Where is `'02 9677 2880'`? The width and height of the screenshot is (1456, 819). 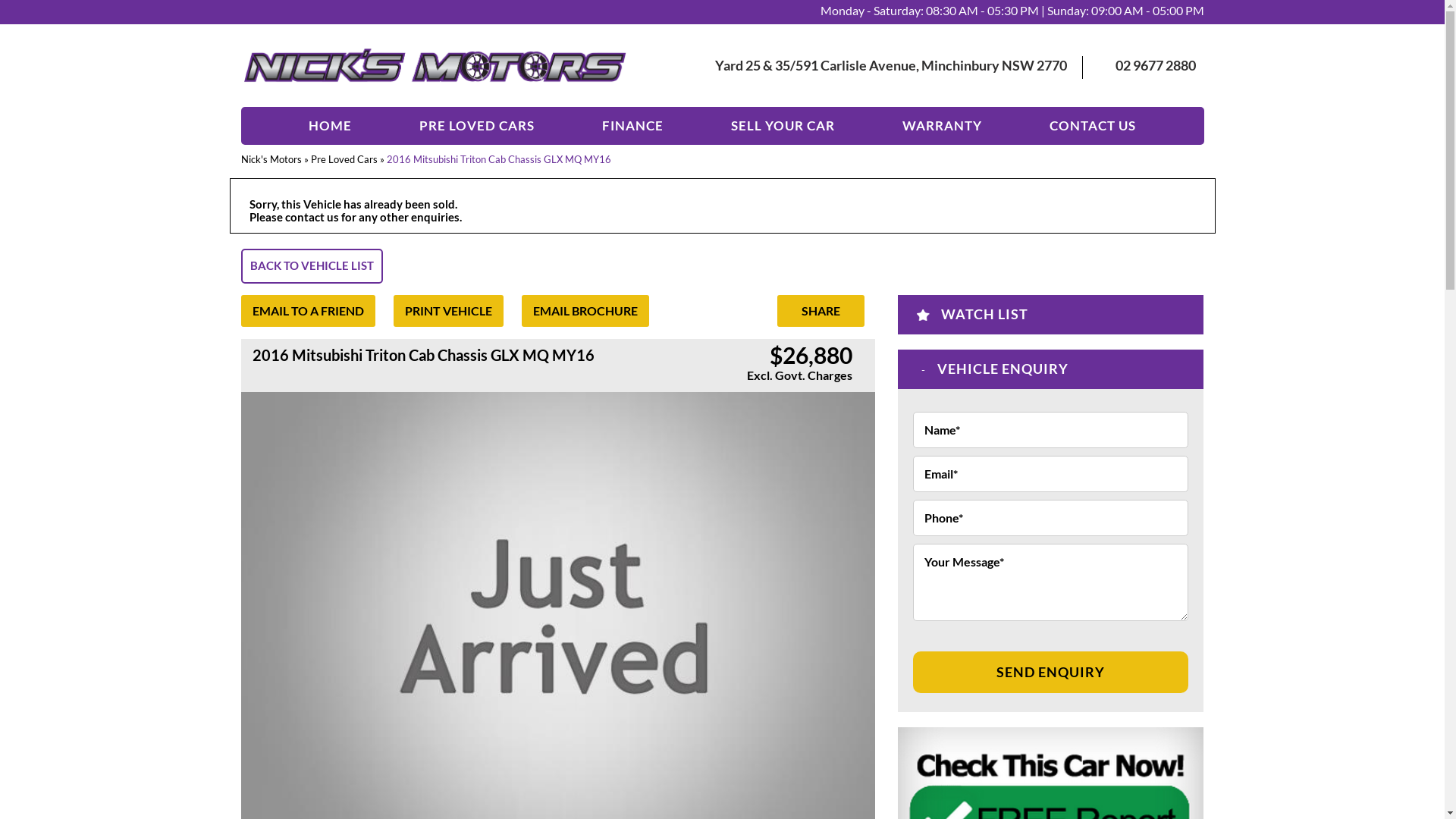 '02 9677 2880' is located at coordinates (1115, 64).